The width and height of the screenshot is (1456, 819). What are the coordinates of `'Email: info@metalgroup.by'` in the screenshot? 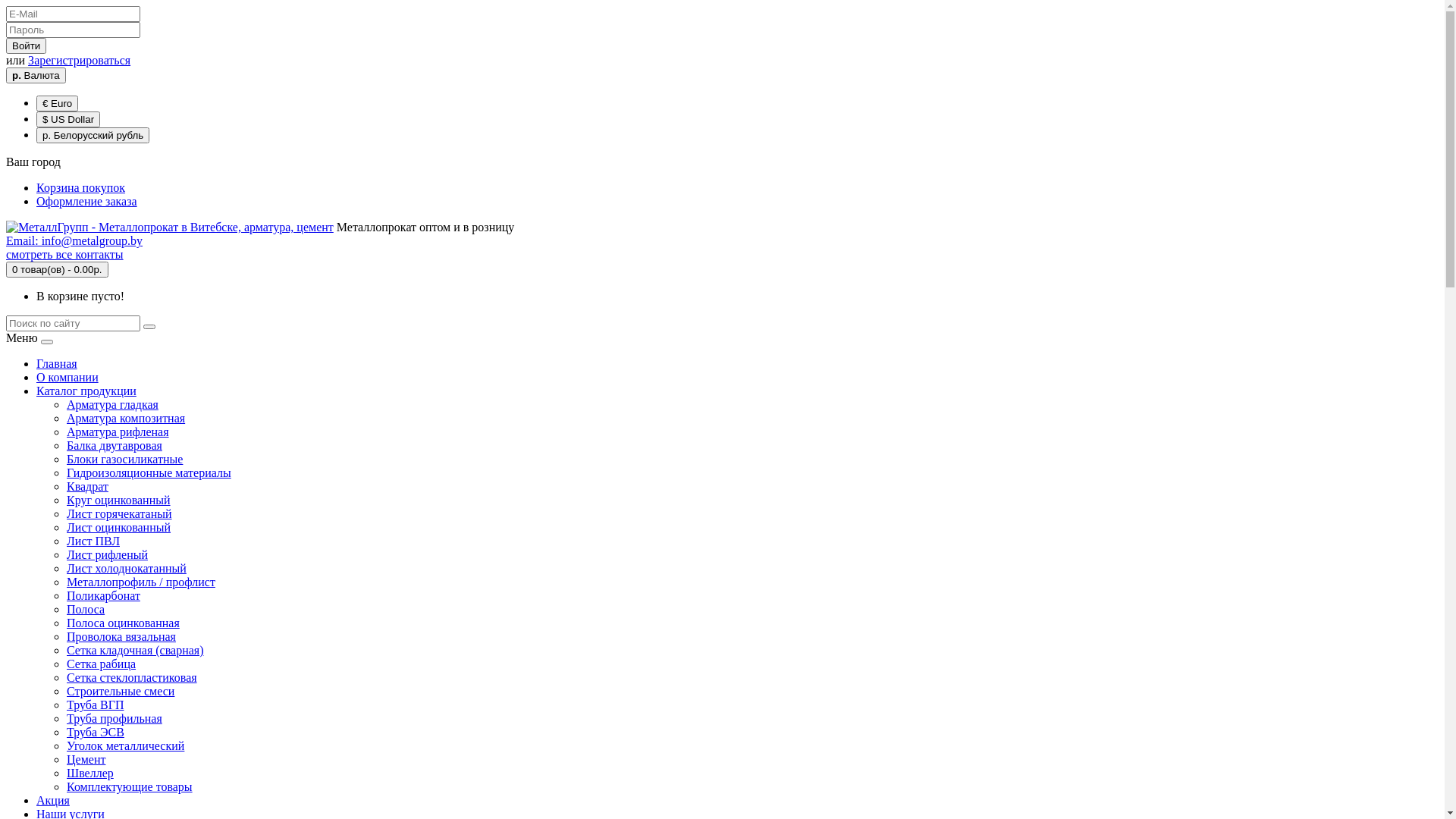 It's located at (6, 240).